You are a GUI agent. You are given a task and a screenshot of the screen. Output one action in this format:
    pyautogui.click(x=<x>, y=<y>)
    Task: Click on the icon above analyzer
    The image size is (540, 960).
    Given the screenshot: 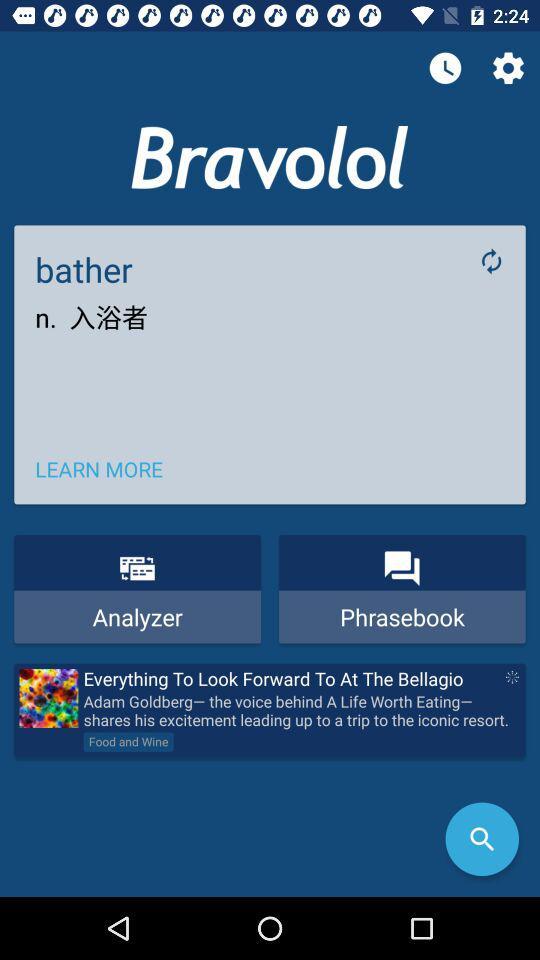 What is the action you would take?
    pyautogui.click(x=136, y=568)
    